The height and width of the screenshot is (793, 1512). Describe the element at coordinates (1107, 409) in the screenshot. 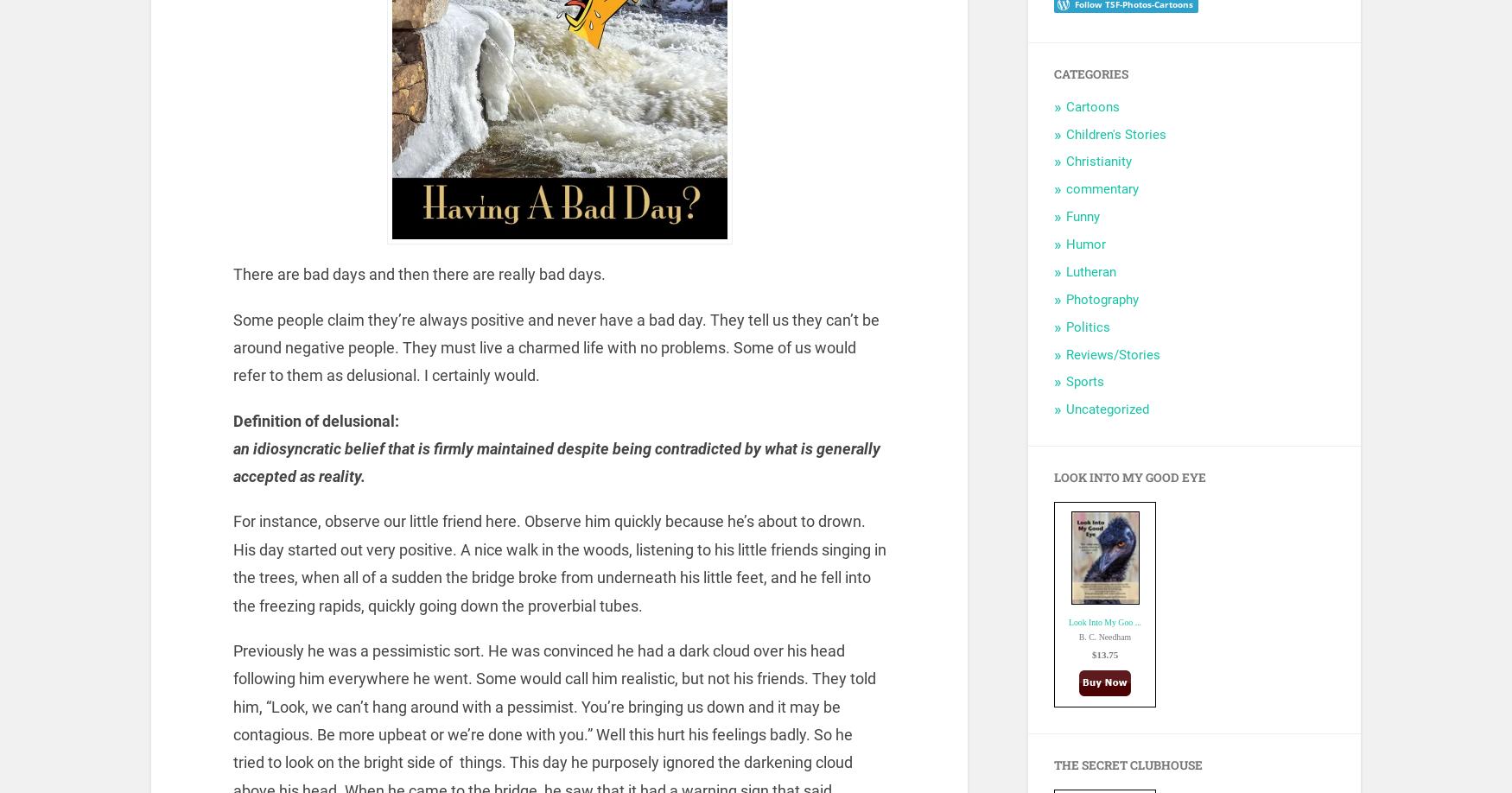

I see `'Uncategorized'` at that location.